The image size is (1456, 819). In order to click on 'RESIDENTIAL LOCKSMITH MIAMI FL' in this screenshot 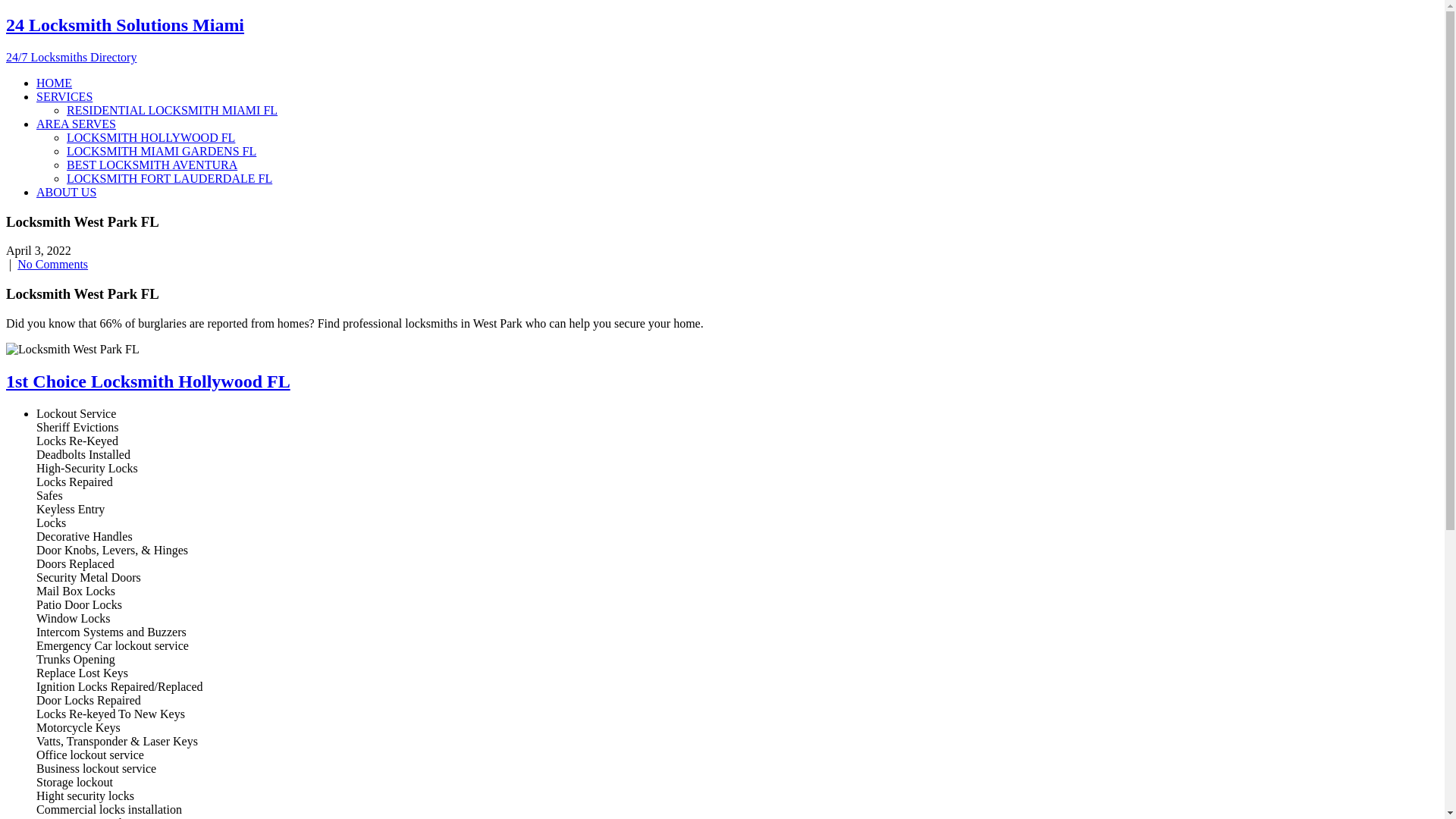, I will do `click(171, 109)`.